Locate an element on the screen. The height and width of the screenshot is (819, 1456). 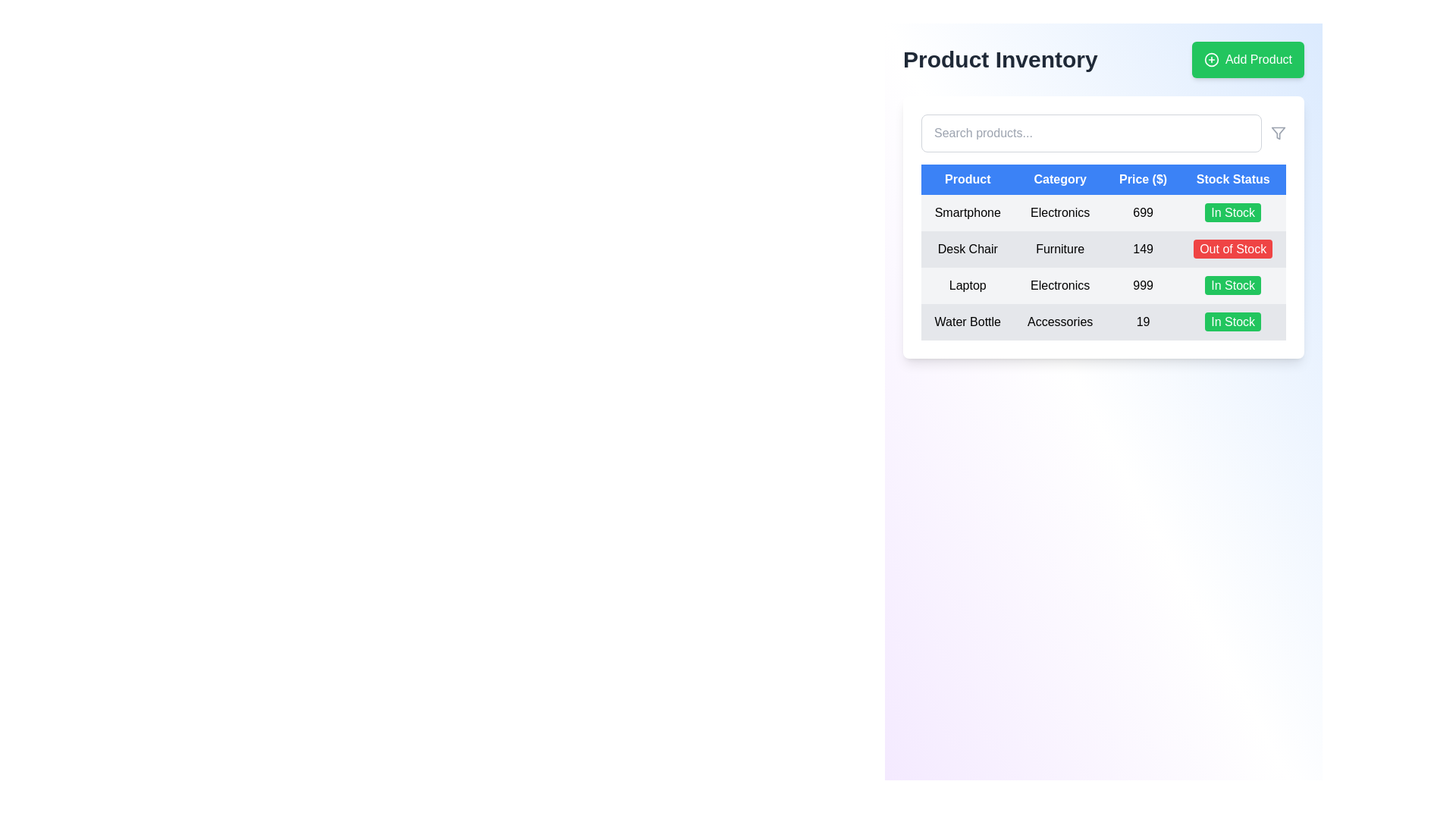
the second row in the 'Product Inventory' table that displays product attributes such as name, category, price, and stock status is located at coordinates (1103, 267).